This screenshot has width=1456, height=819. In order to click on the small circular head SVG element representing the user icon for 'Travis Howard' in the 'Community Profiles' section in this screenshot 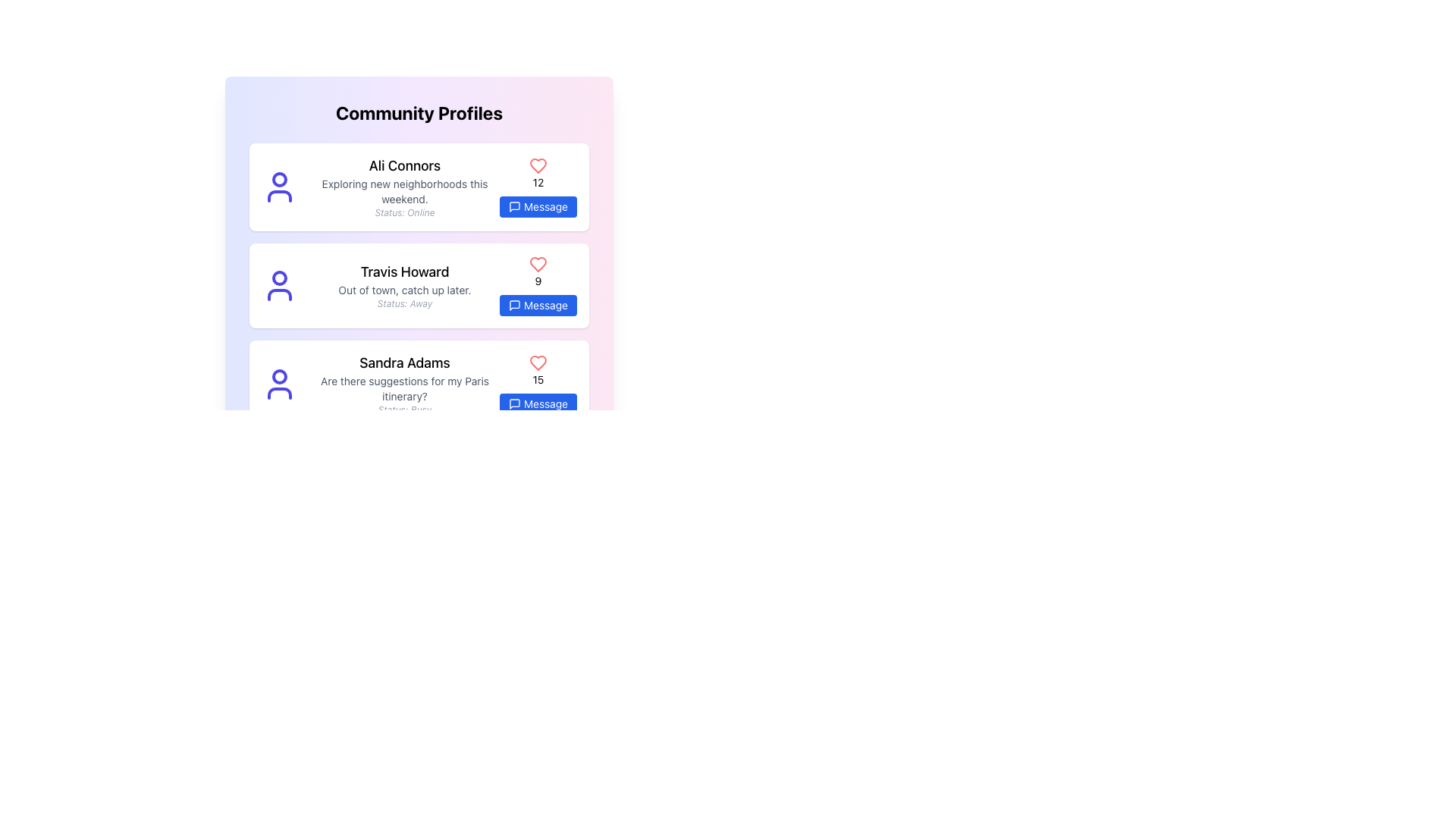, I will do `click(280, 278)`.